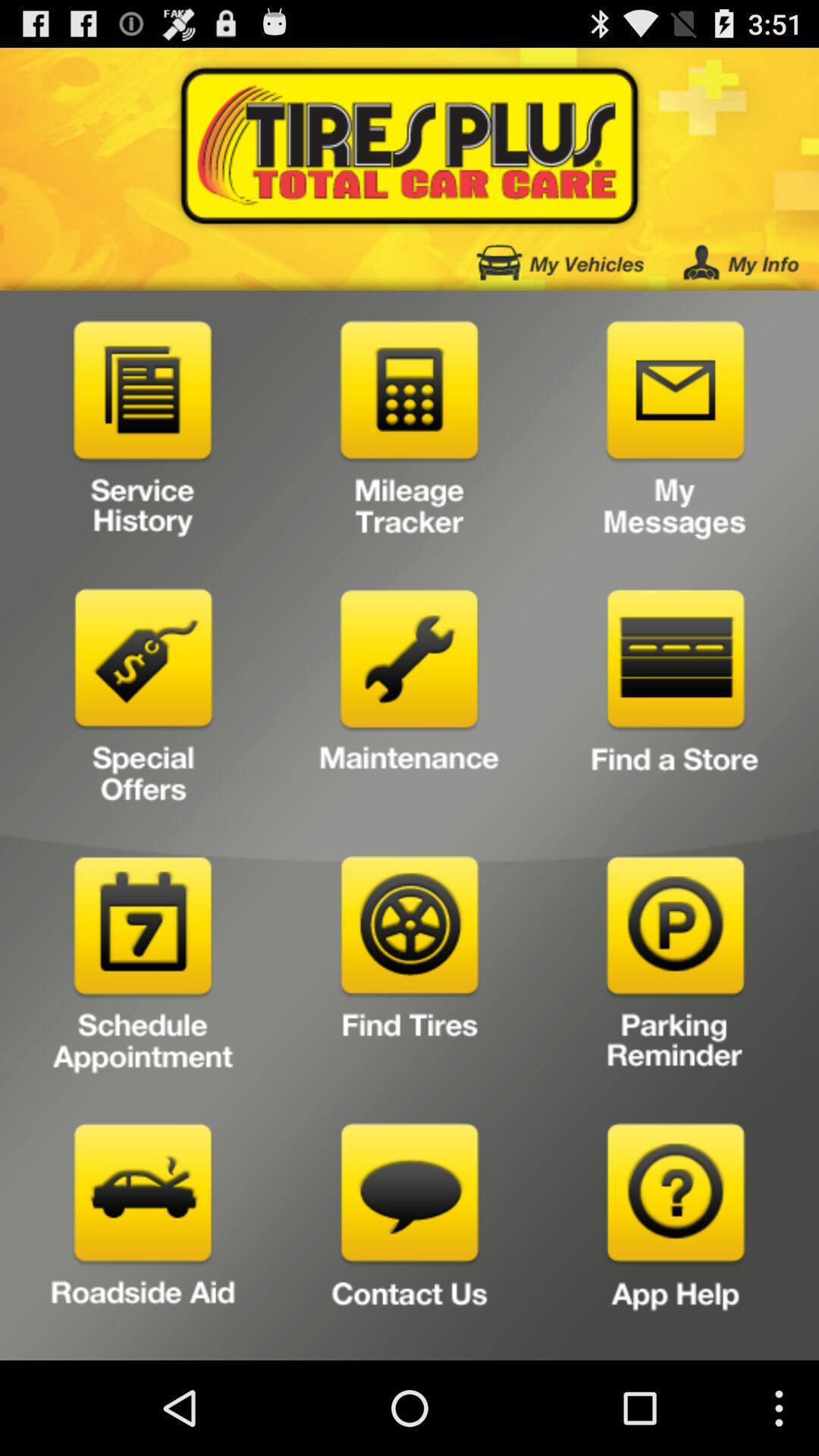 The width and height of the screenshot is (819, 1456). What do you see at coordinates (675, 1236) in the screenshot?
I see `app help` at bounding box center [675, 1236].